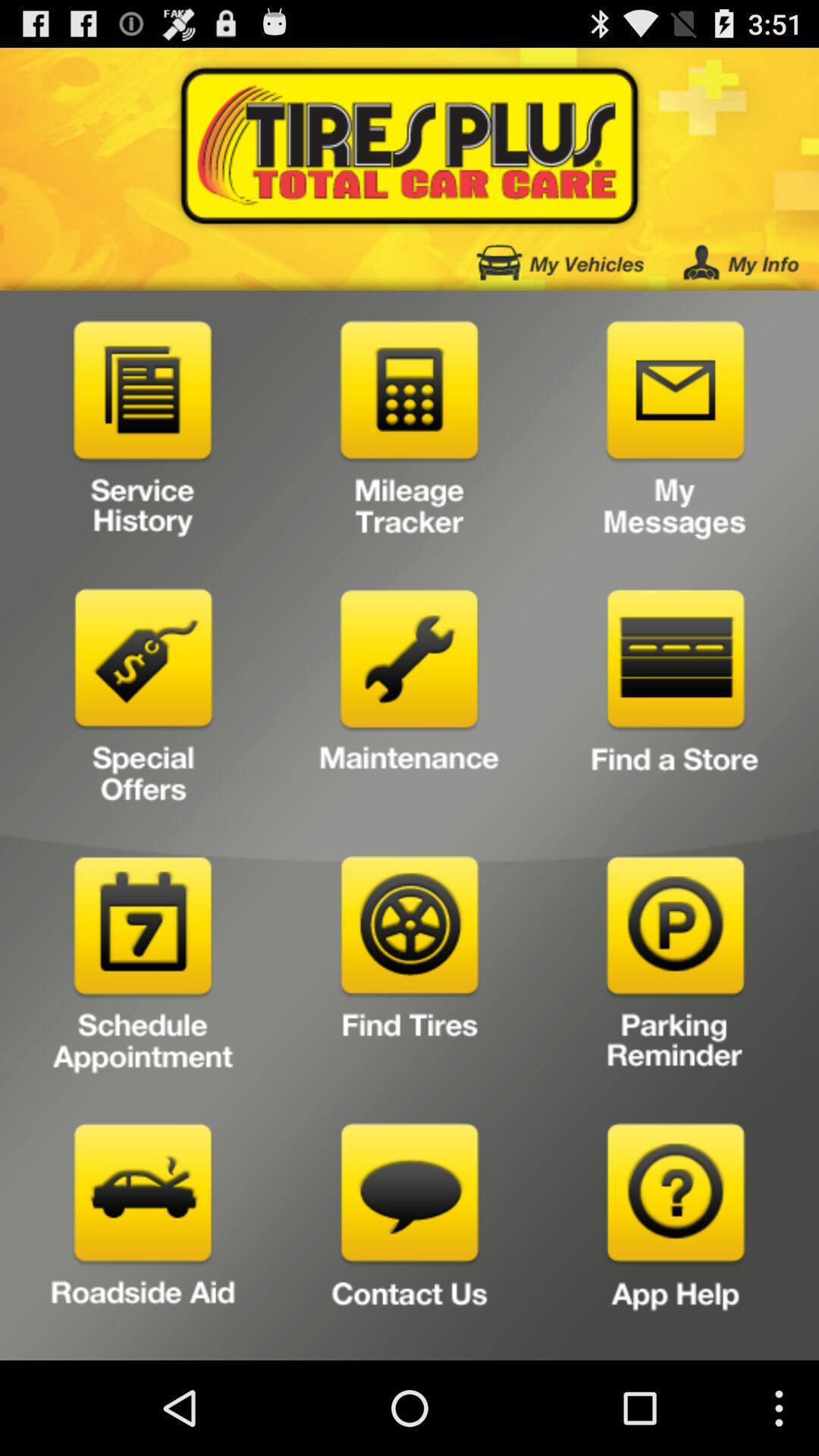 The width and height of the screenshot is (819, 1456). What do you see at coordinates (675, 1236) in the screenshot?
I see `app help` at bounding box center [675, 1236].